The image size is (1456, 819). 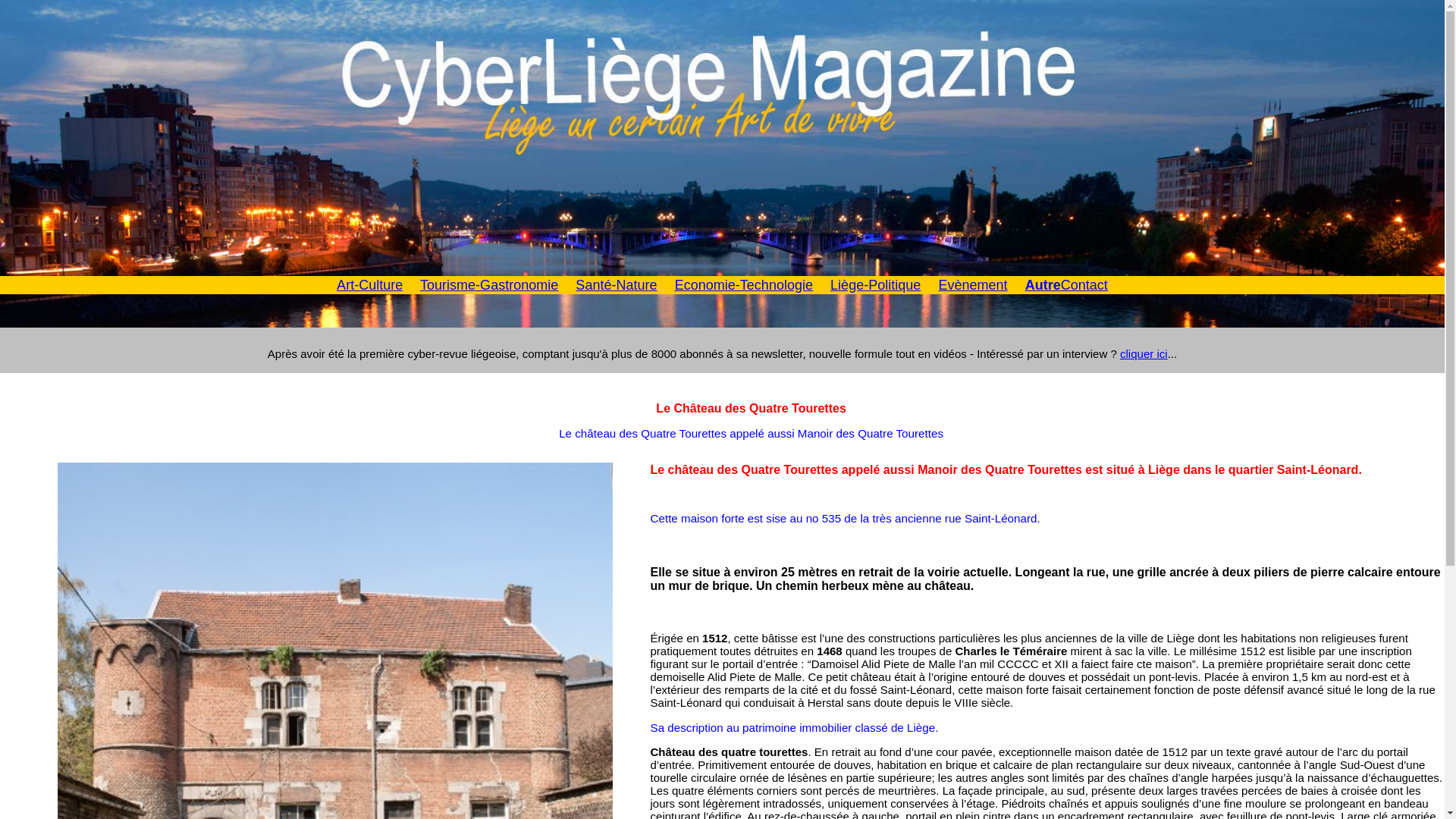 What do you see at coordinates (419, 284) in the screenshot?
I see `'Tourisme-Gastronomie'` at bounding box center [419, 284].